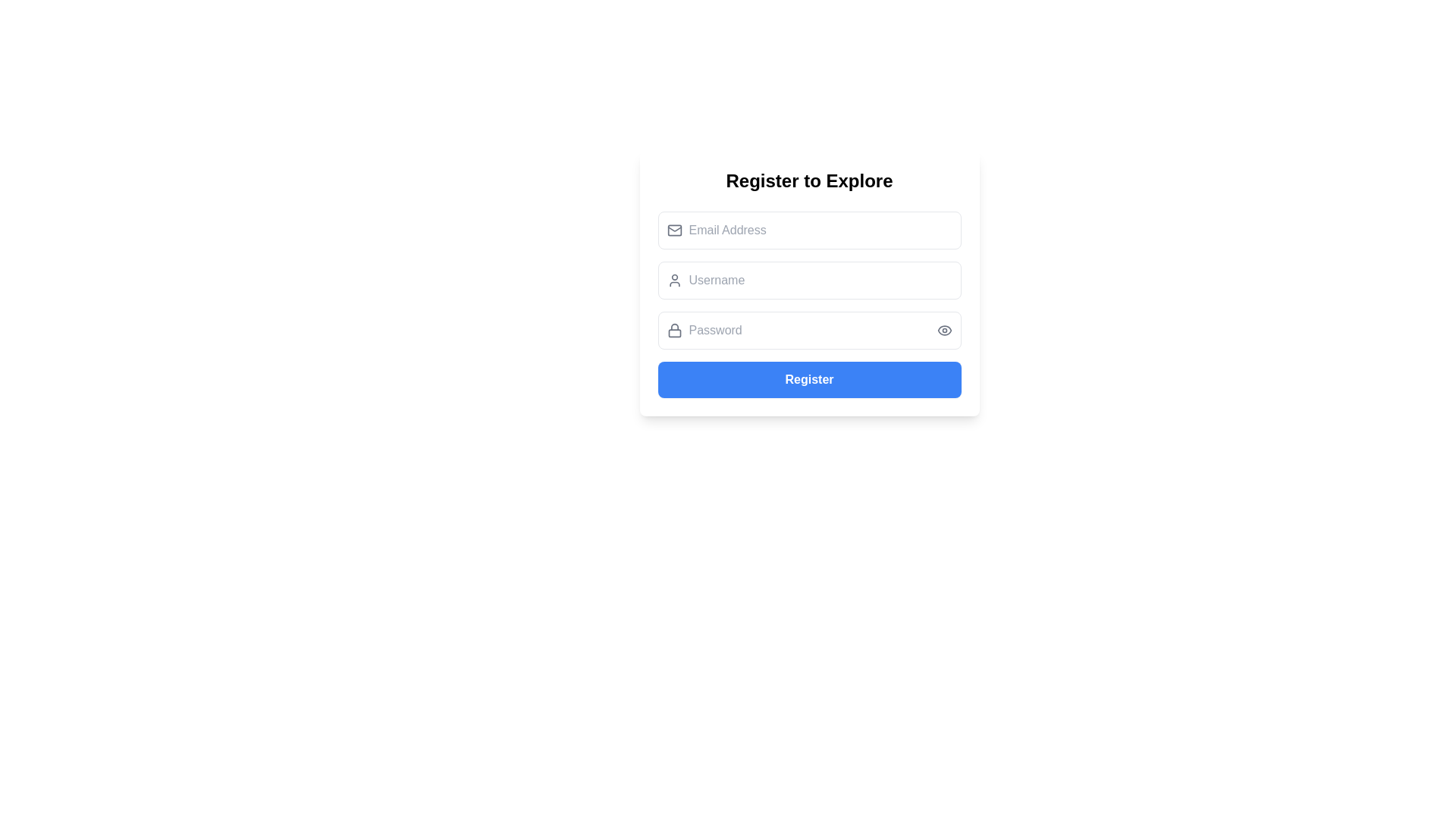 This screenshot has height=819, width=1456. What do you see at coordinates (808, 284) in the screenshot?
I see `on the username input field located below the 'Register` at bounding box center [808, 284].